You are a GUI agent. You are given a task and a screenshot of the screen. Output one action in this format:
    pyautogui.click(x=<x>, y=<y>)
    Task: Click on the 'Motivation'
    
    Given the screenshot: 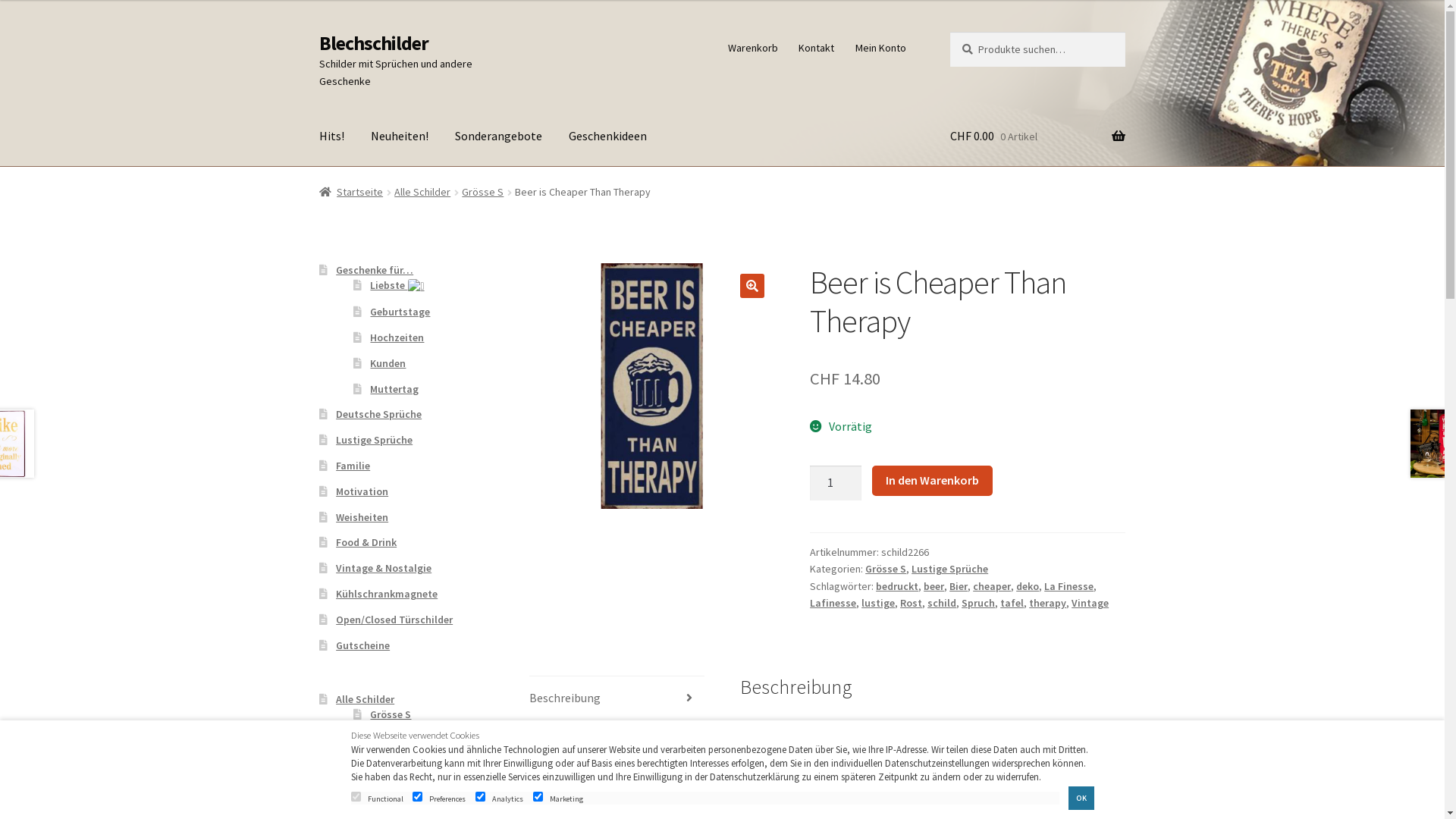 What is the action you would take?
    pyautogui.click(x=361, y=491)
    